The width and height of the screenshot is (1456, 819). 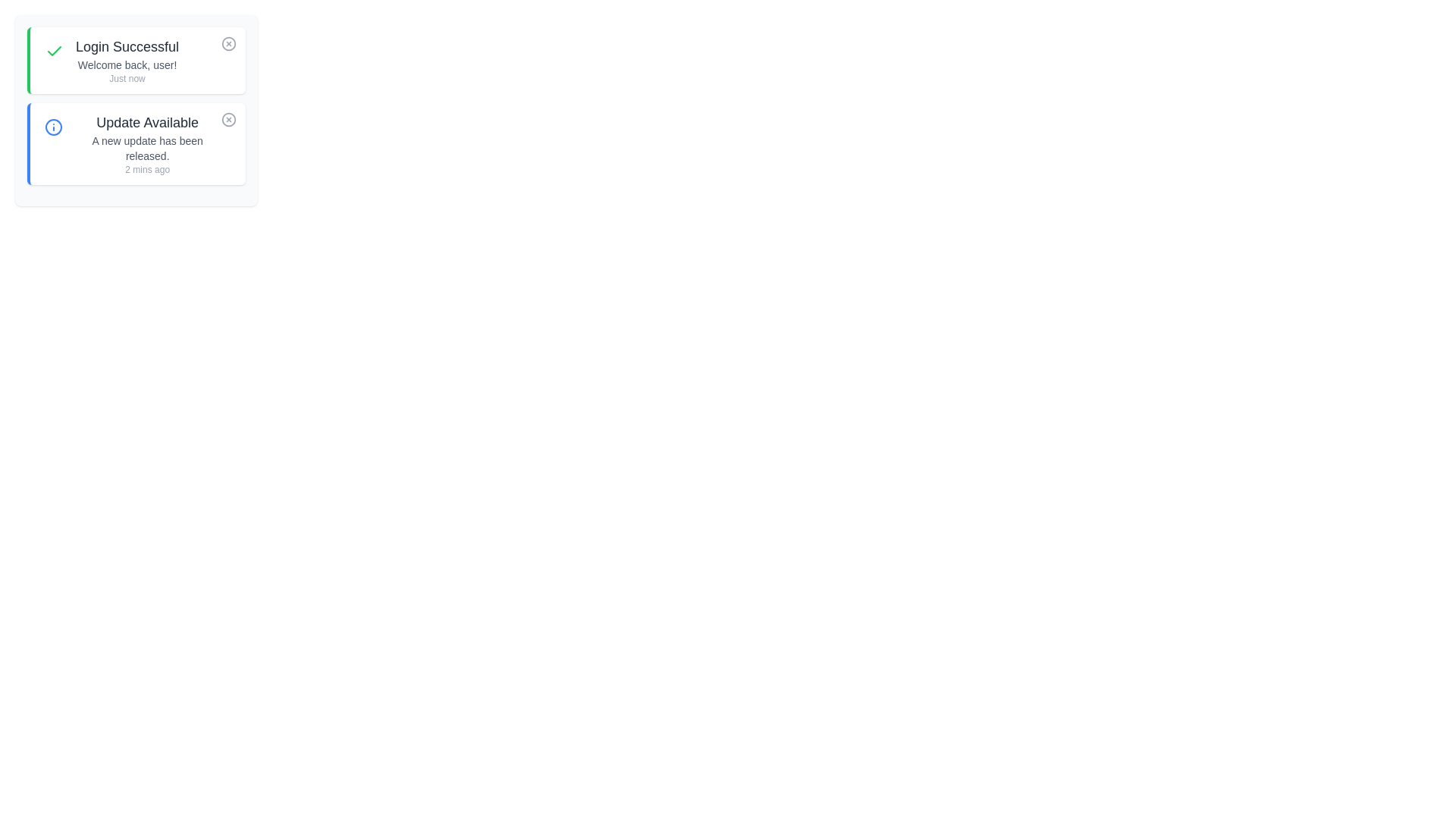 I want to click on the text block that contains the heading 'Update Available', subtext 'A new update has been released', and timestamp '2 mins ago', located on the second card in the notifications stack, so click(x=147, y=143).